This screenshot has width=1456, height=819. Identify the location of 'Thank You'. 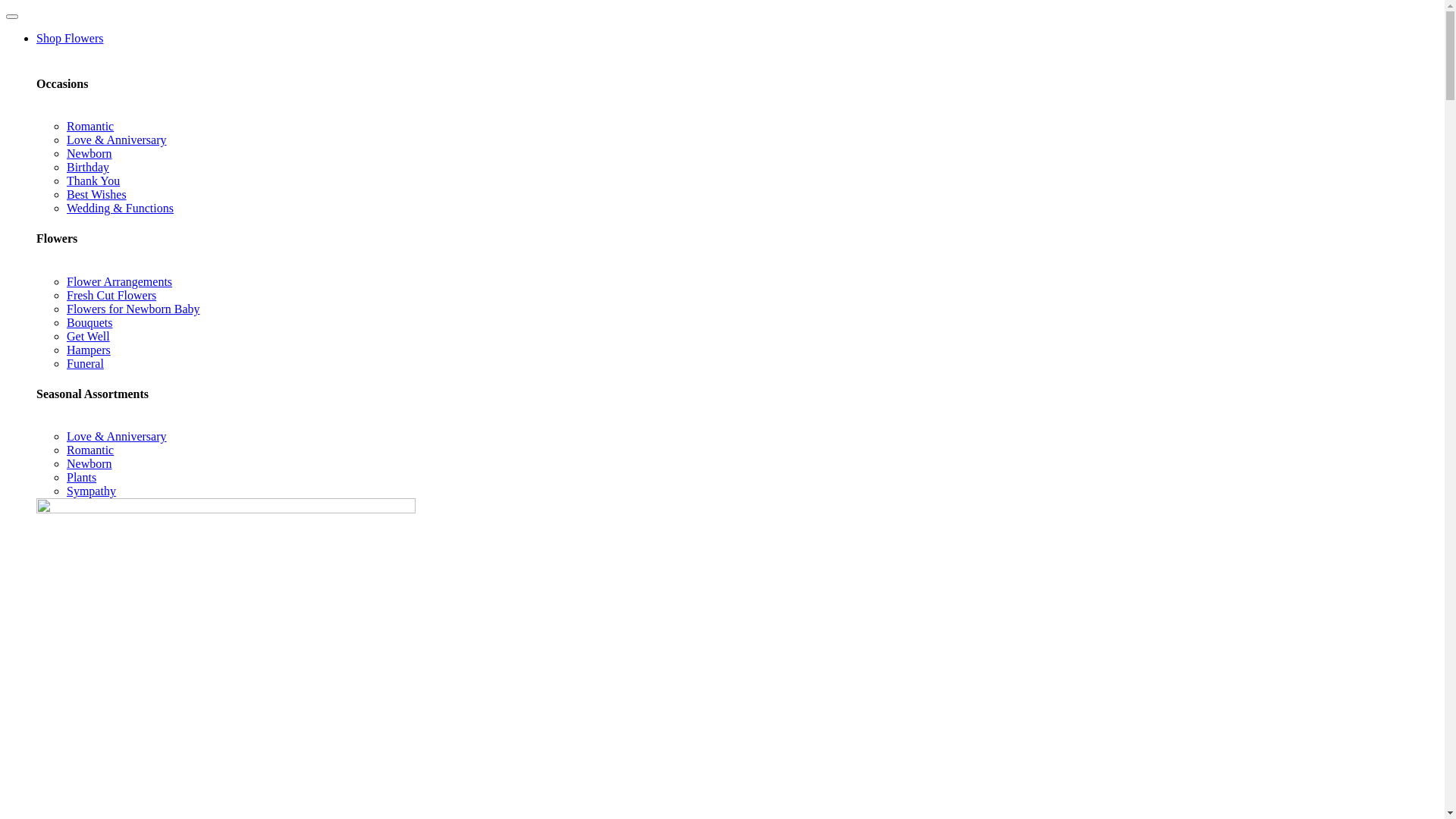
(93, 180).